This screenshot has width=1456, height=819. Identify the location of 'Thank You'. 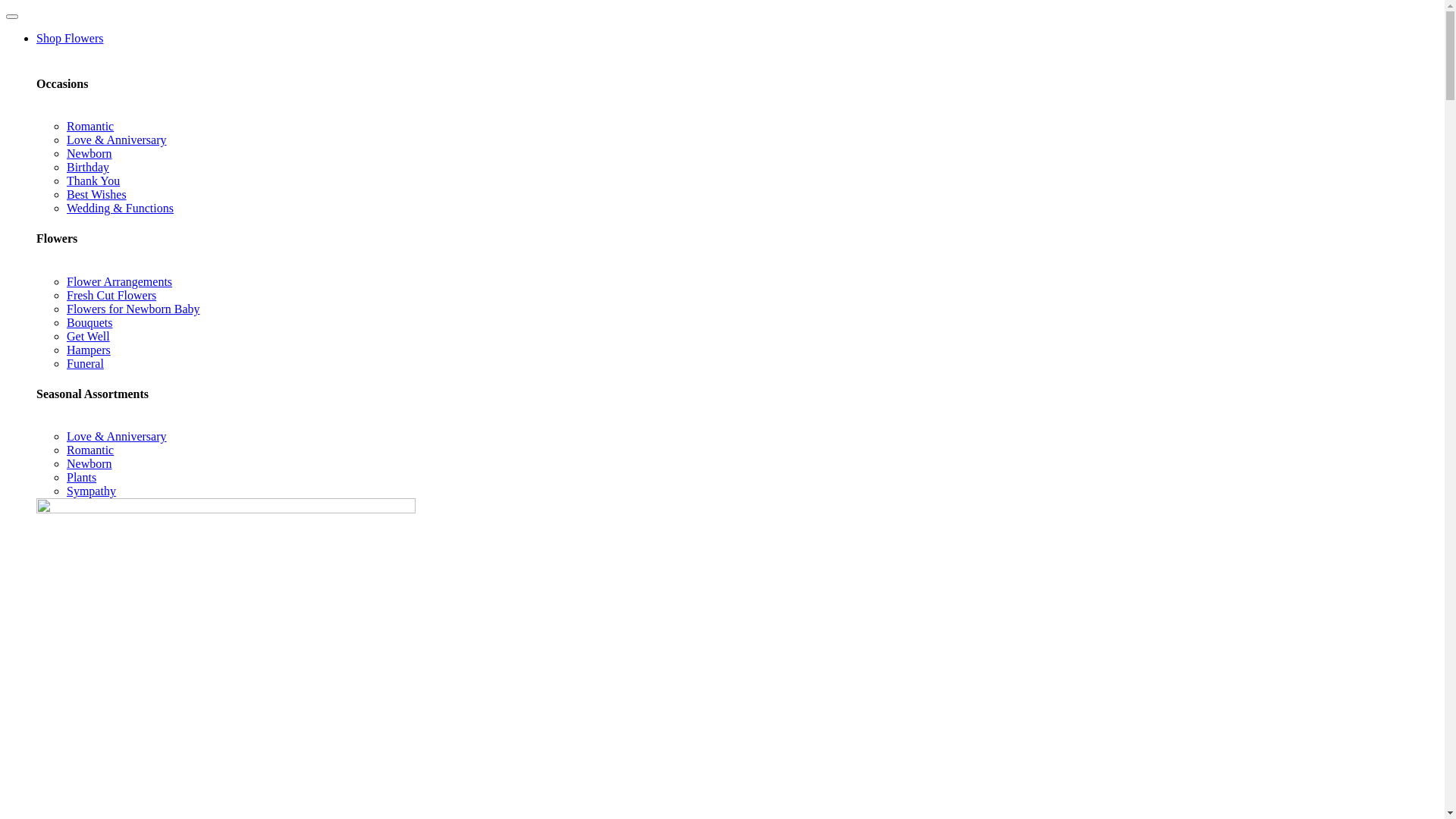
(93, 180).